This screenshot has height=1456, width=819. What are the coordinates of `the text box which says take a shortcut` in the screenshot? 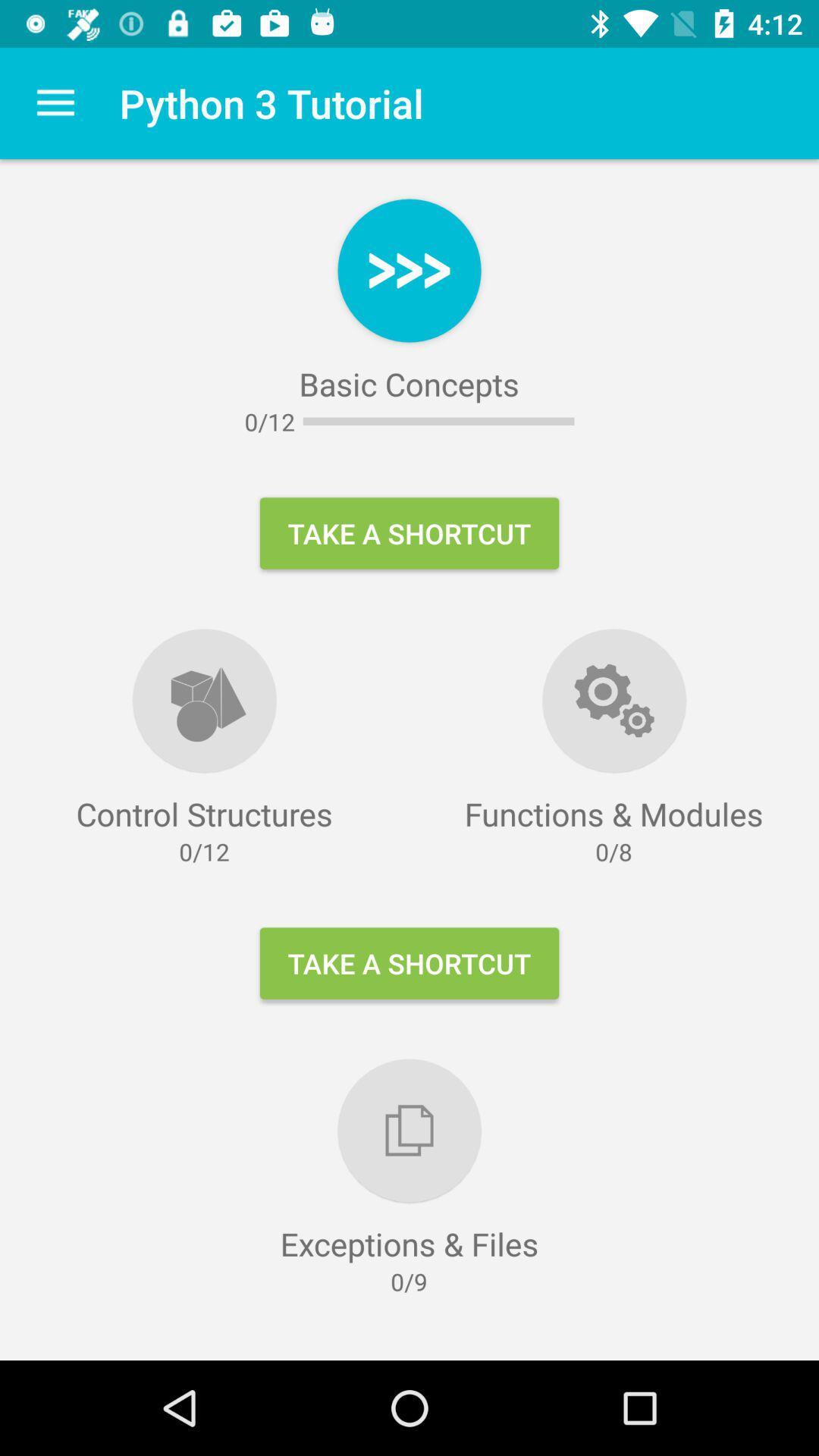 It's located at (409, 963).